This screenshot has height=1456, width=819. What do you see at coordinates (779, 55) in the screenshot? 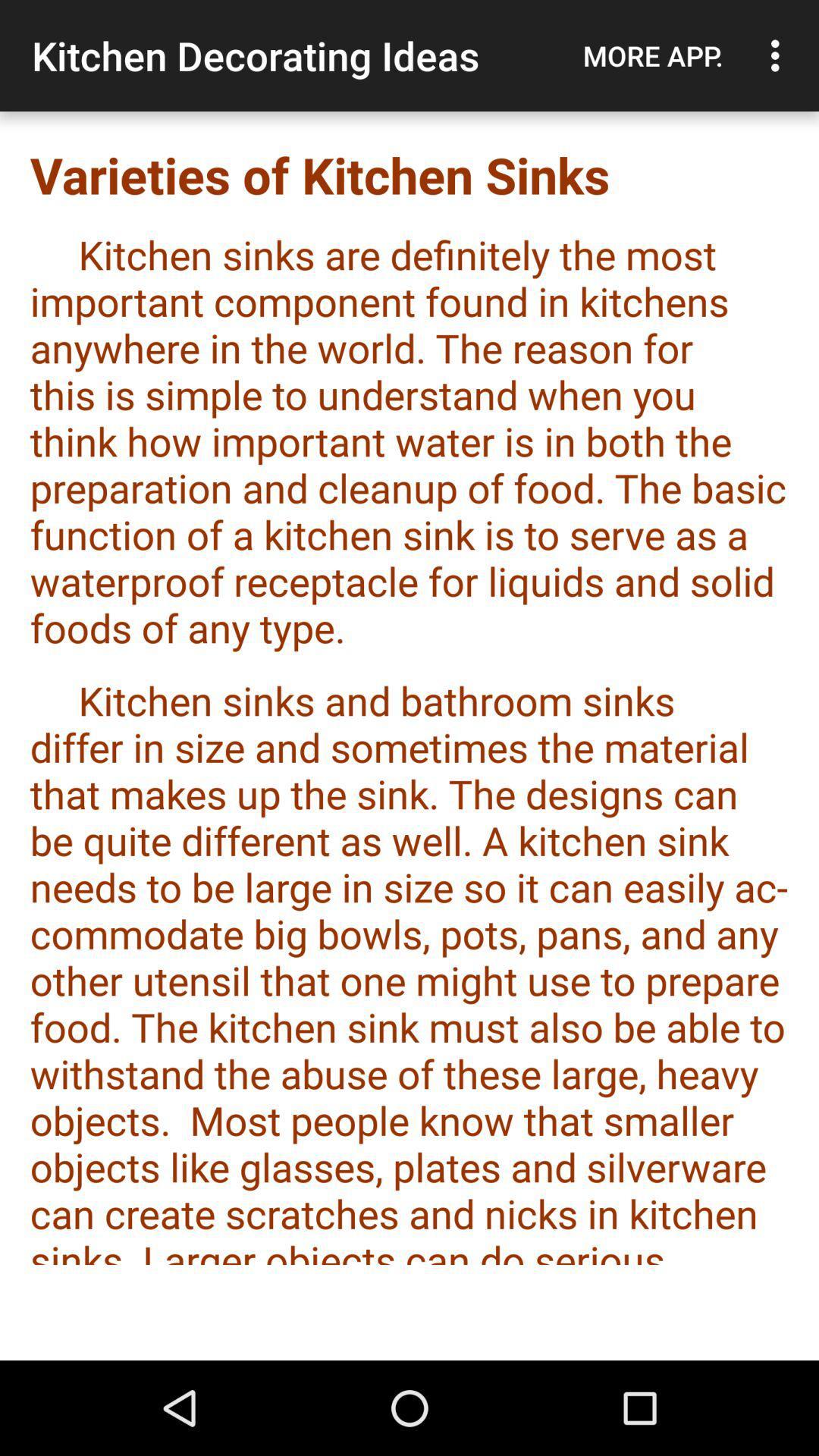
I see `item above the varieties of kitchen item` at bounding box center [779, 55].